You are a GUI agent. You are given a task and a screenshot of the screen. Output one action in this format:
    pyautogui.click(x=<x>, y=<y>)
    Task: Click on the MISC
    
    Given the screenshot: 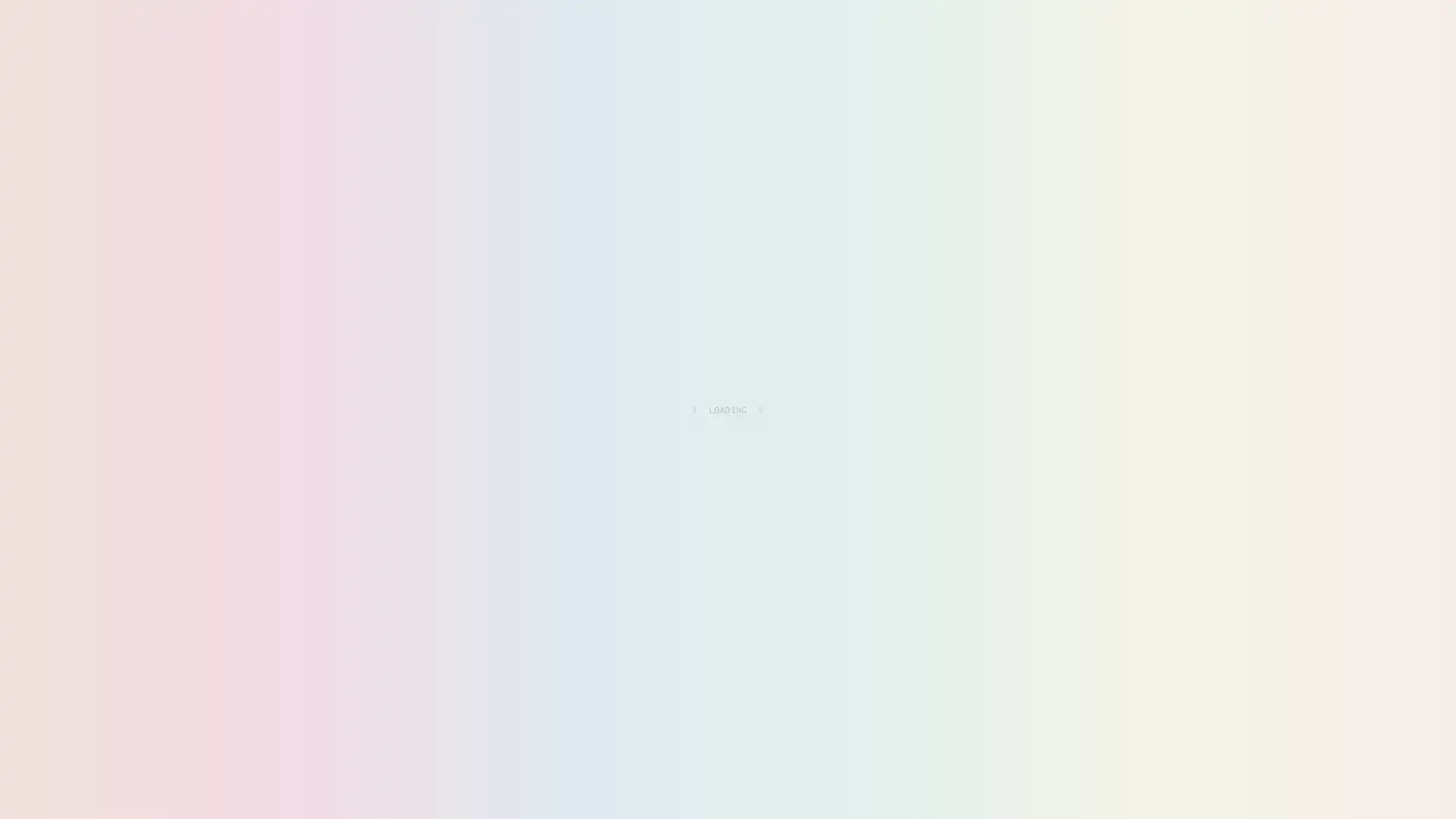 What is the action you would take?
    pyautogui.click(x=520, y=169)
    